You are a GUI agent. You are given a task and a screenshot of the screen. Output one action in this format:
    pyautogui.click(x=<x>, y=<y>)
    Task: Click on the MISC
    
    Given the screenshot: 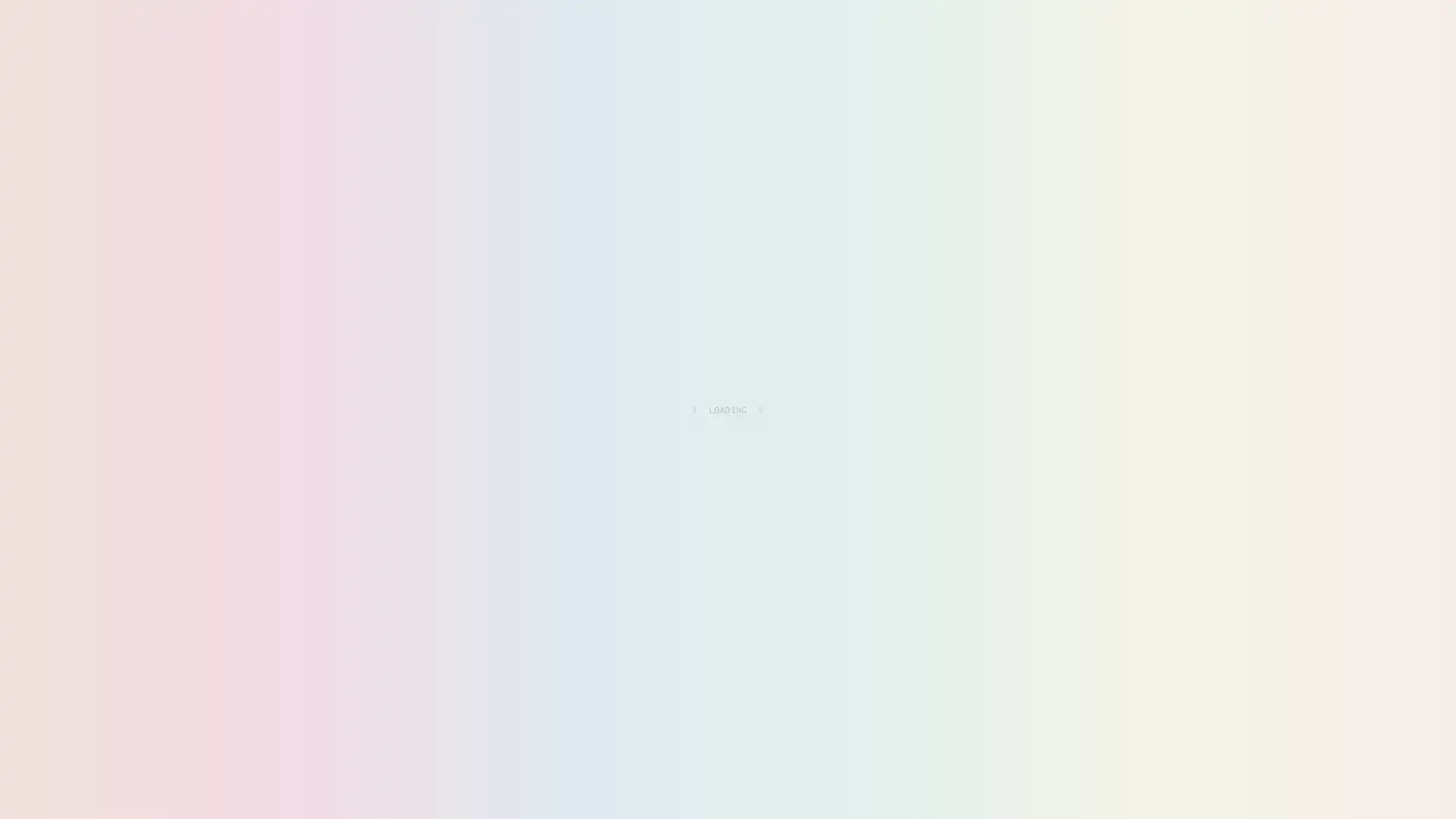 What is the action you would take?
    pyautogui.click(x=520, y=169)
    